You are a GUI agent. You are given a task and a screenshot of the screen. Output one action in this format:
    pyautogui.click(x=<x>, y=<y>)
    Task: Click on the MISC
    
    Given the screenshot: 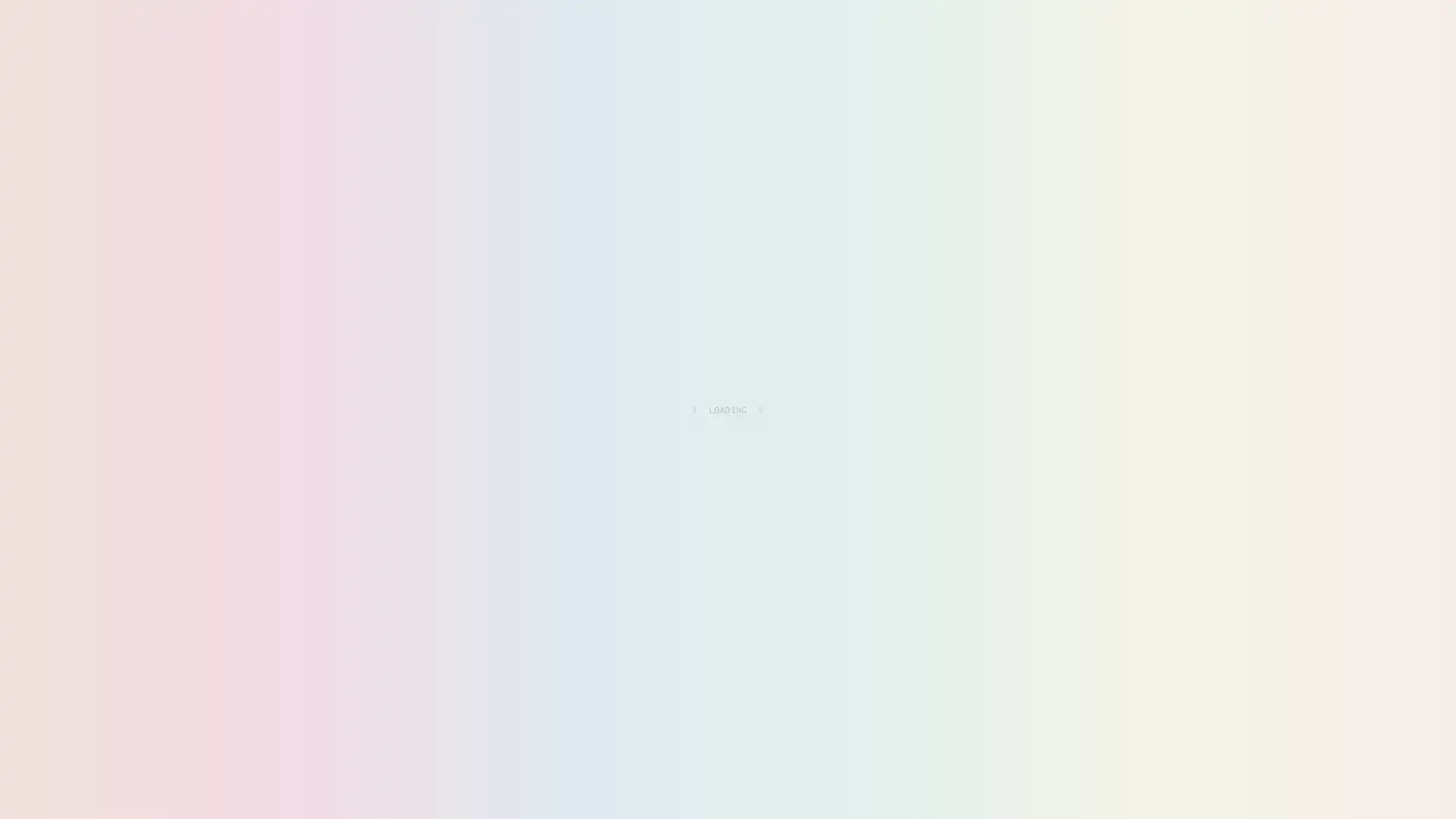 What is the action you would take?
    pyautogui.click(x=520, y=169)
    